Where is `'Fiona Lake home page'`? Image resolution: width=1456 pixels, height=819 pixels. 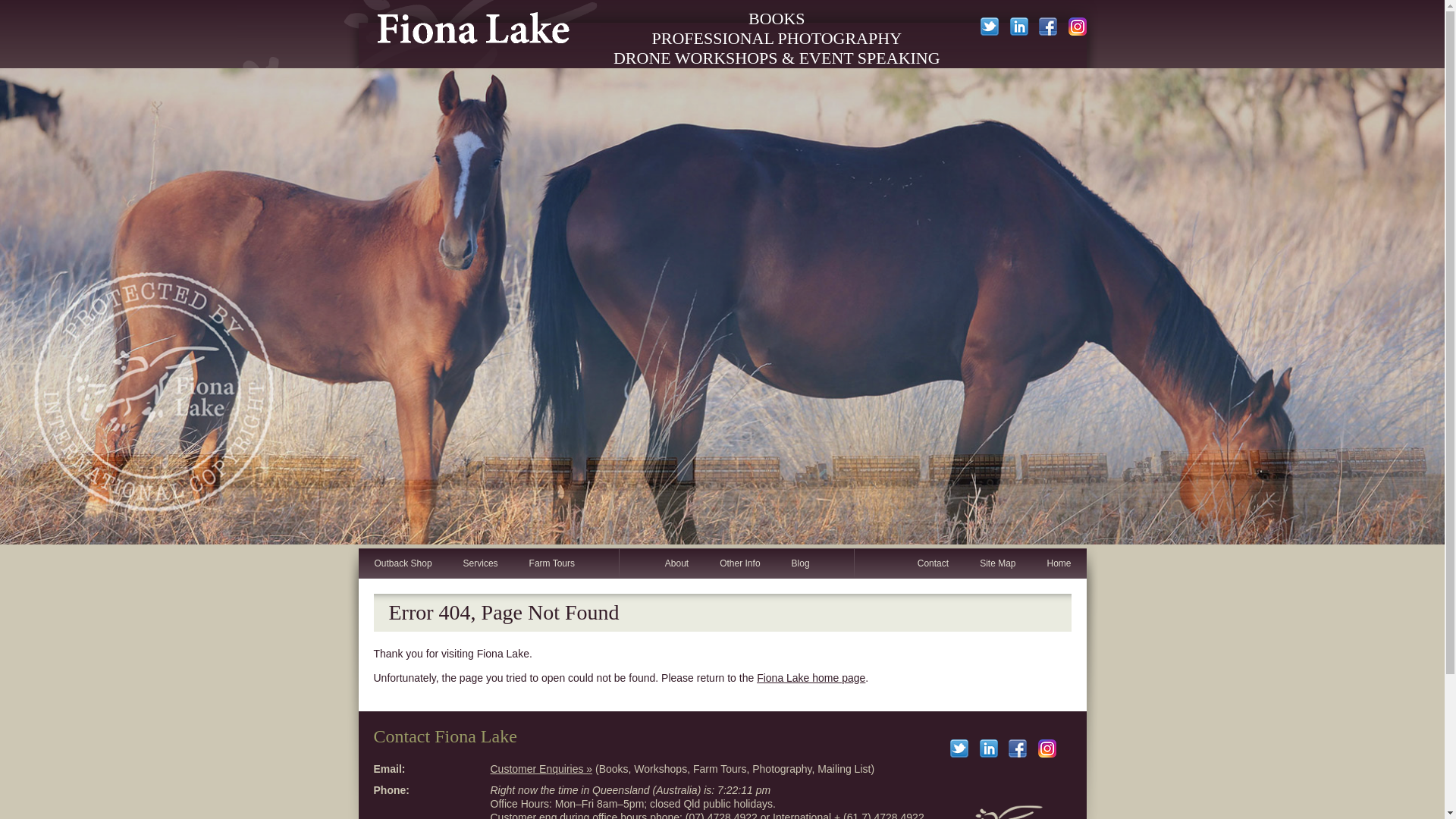
'Fiona Lake home page' is located at coordinates (810, 677).